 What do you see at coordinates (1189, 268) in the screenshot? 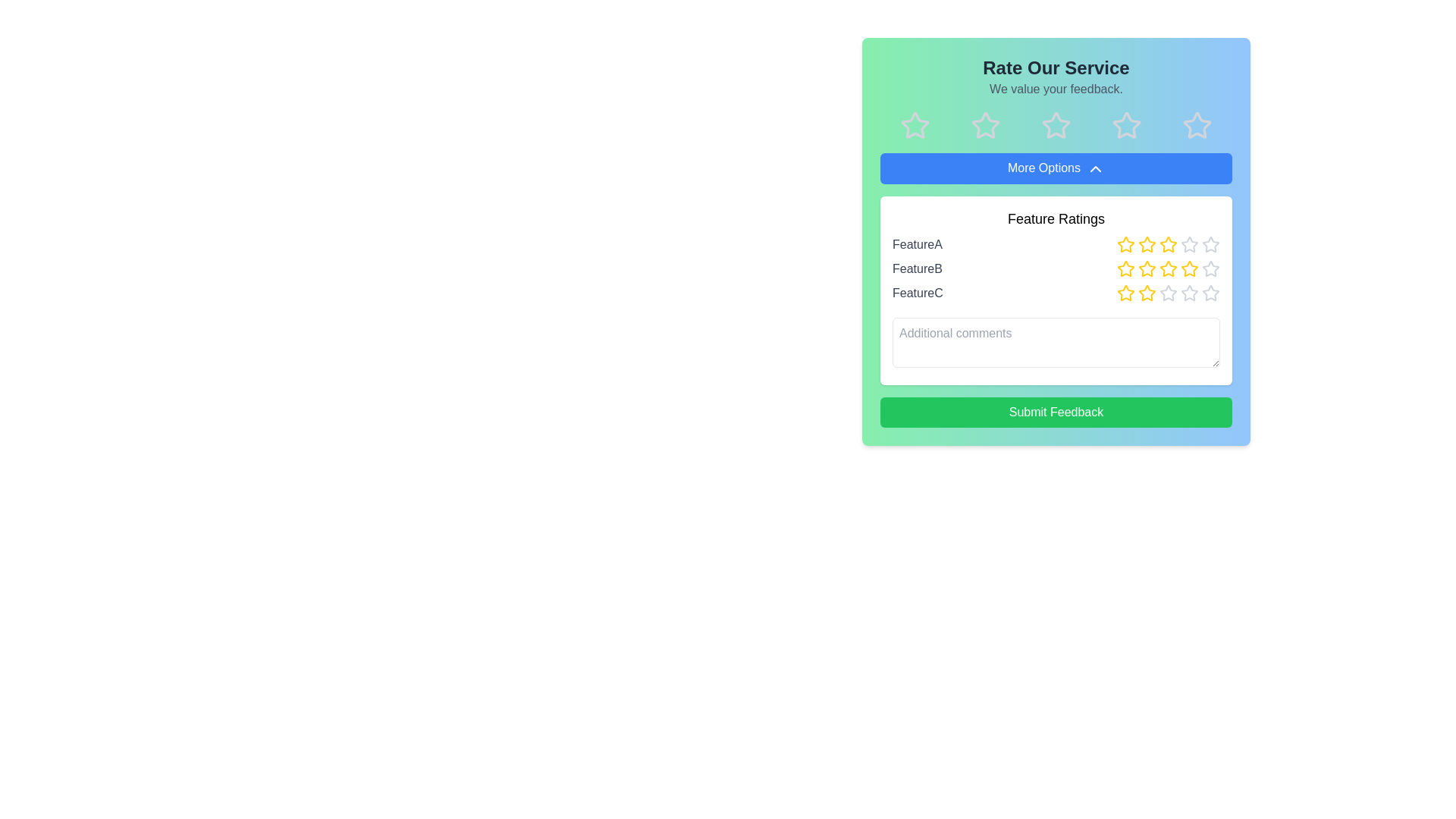
I see `the fourth star in the five-star rating system for 'FeatureB' in the 'Feature Ratings' section using keyboard navigation` at bounding box center [1189, 268].